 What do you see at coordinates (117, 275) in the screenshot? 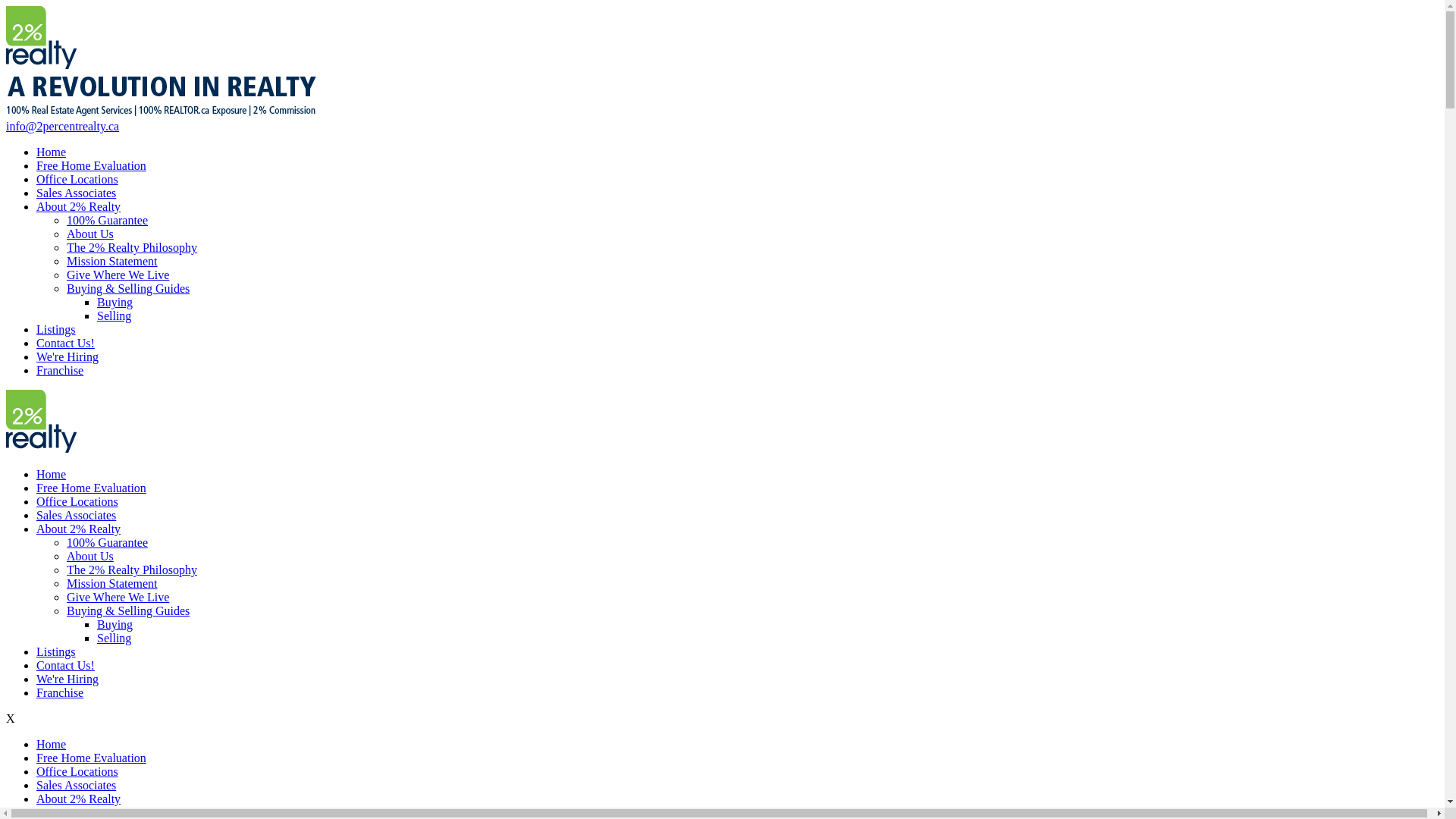
I see `'Give Where We Live'` at bounding box center [117, 275].